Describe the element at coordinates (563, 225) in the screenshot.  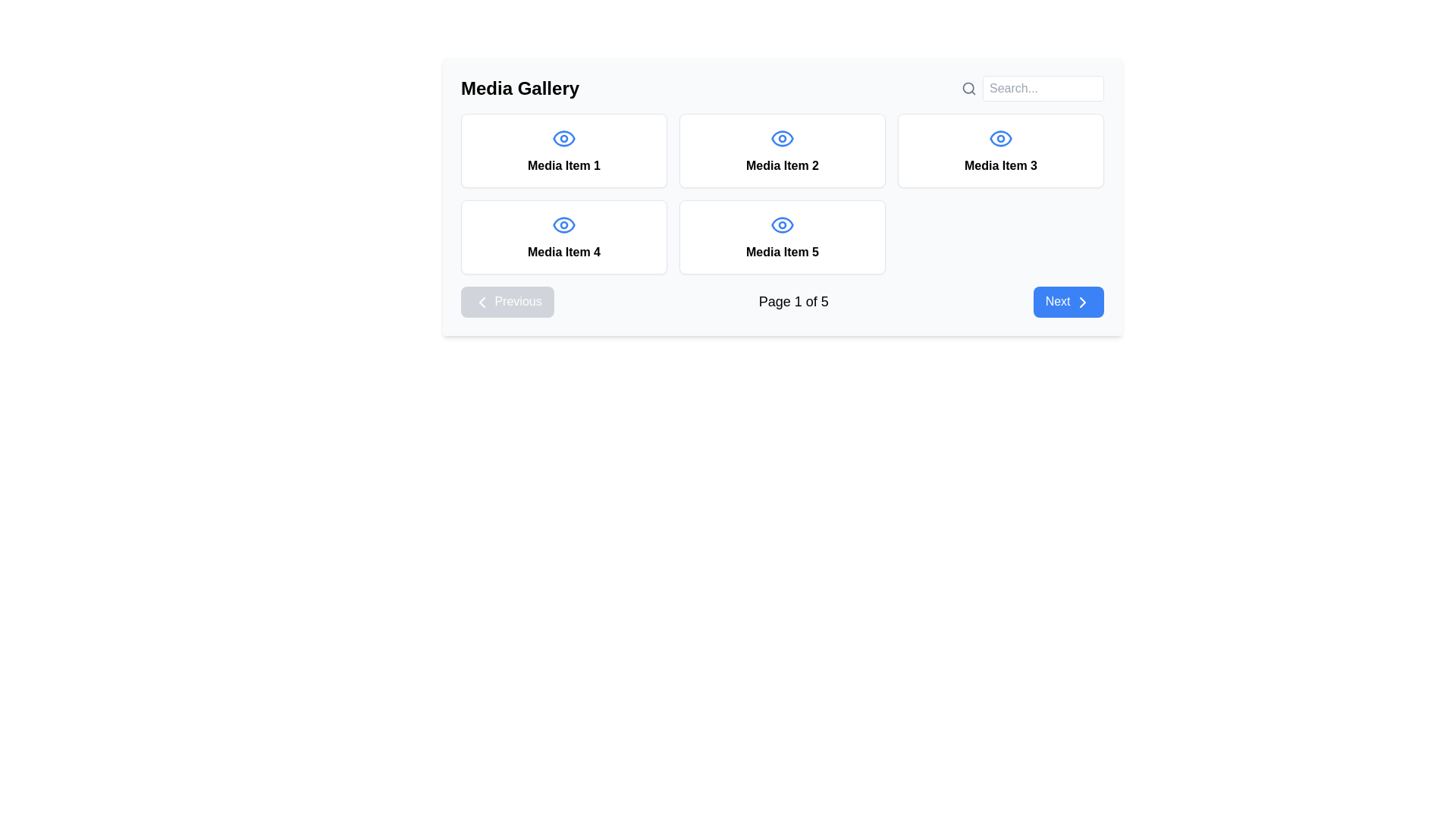
I see `properties of the outer elliptical contour of the eye-shaped icon in the 'Media Item 4' card by opening the developer tools` at that location.